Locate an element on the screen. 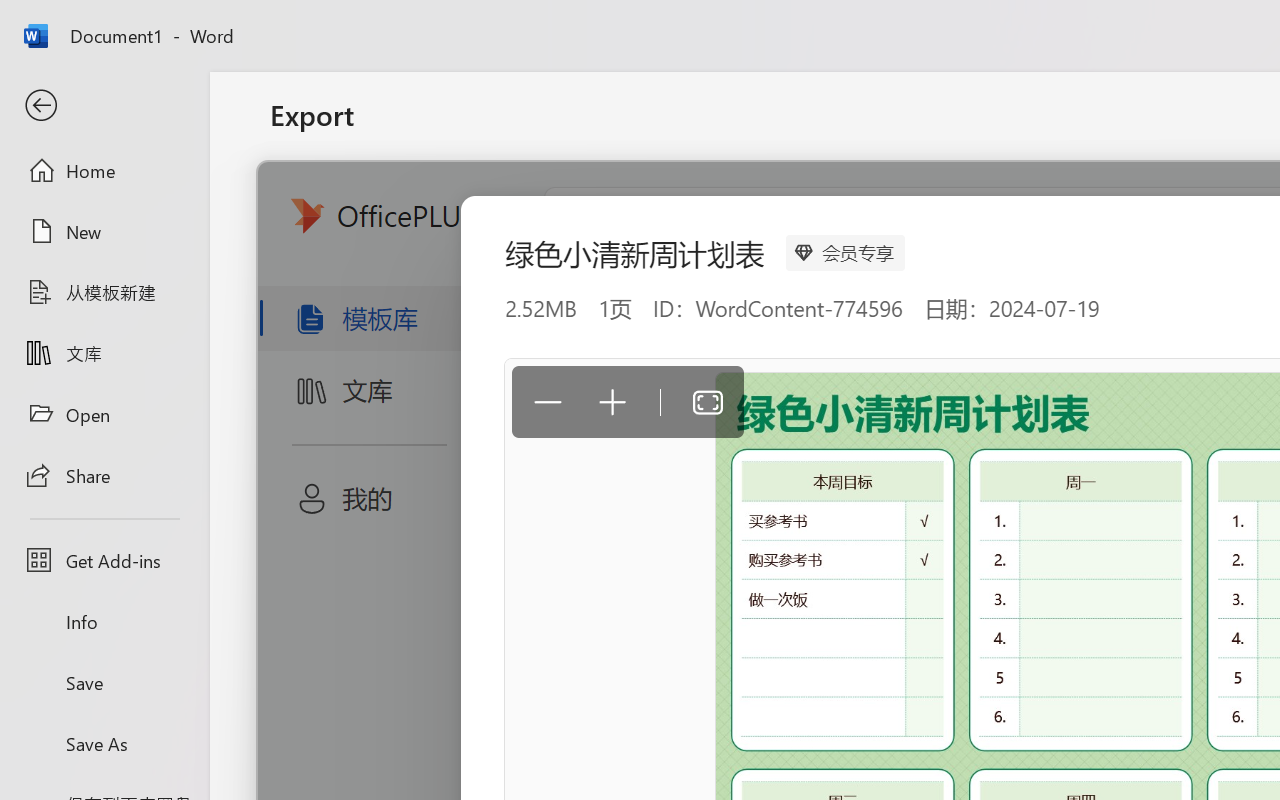 Image resolution: width=1280 pixels, height=800 pixels. 'Back' is located at coordinates (103, 105).